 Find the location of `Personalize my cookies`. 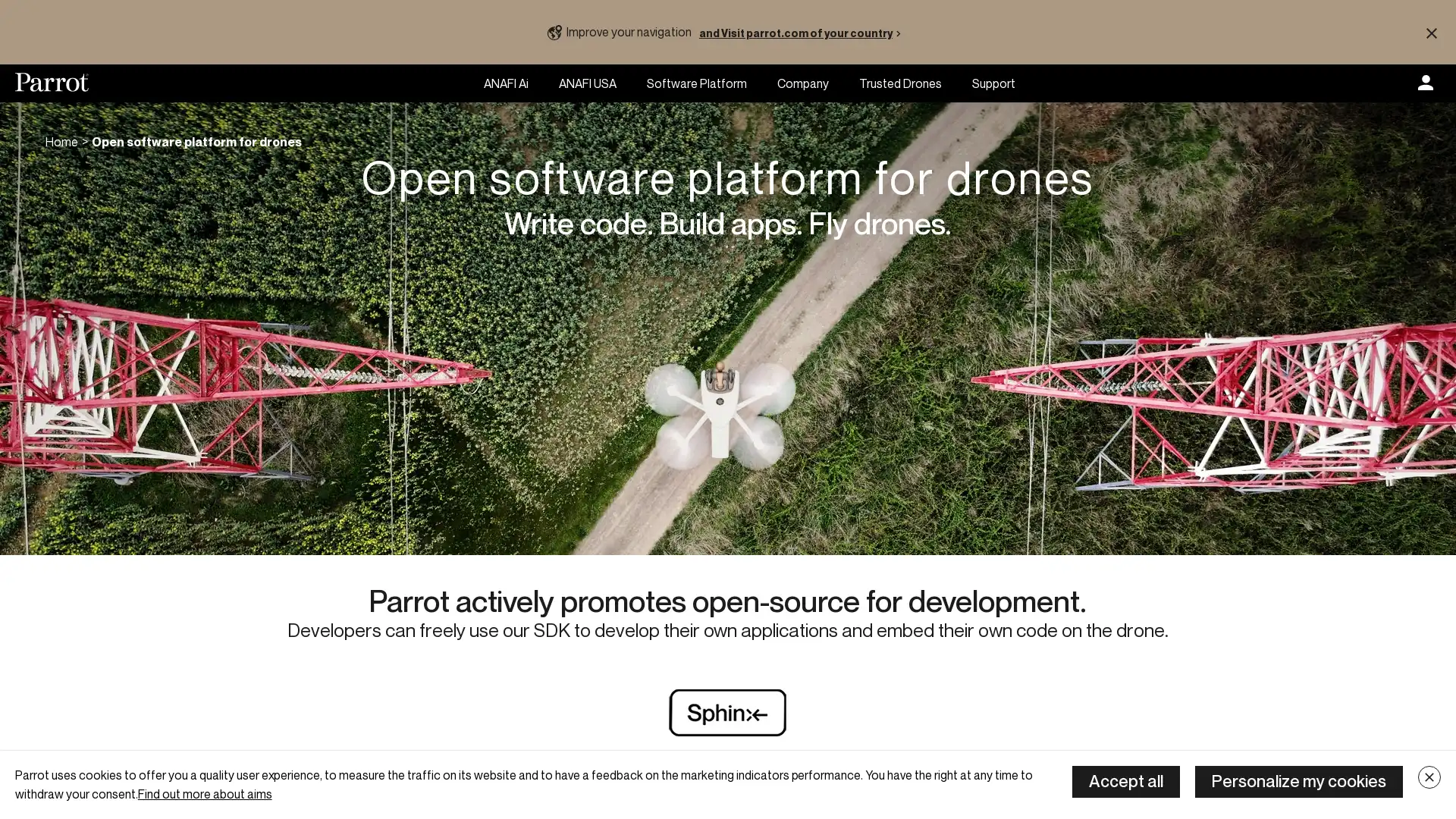

Personalize my cookies is located at coordinates (1298, 781).